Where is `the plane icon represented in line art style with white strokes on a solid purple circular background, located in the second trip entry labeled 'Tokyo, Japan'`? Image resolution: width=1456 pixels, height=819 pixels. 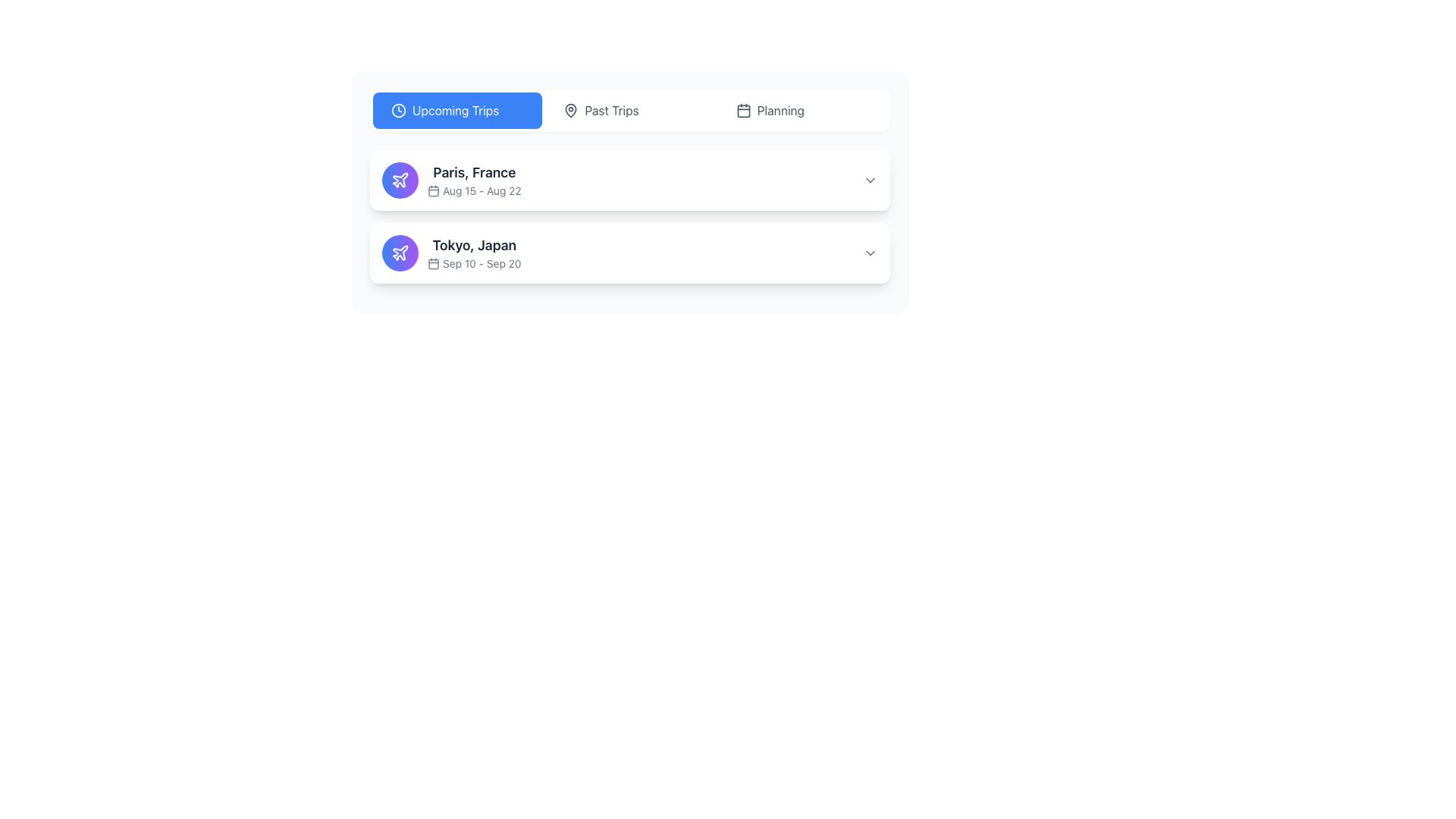 the plane icon represented in line art style with white strokes on a solid purple circular background, located in the second trip entry labeled 'Tokyo, Japan' is located at coordinates (400, 179).